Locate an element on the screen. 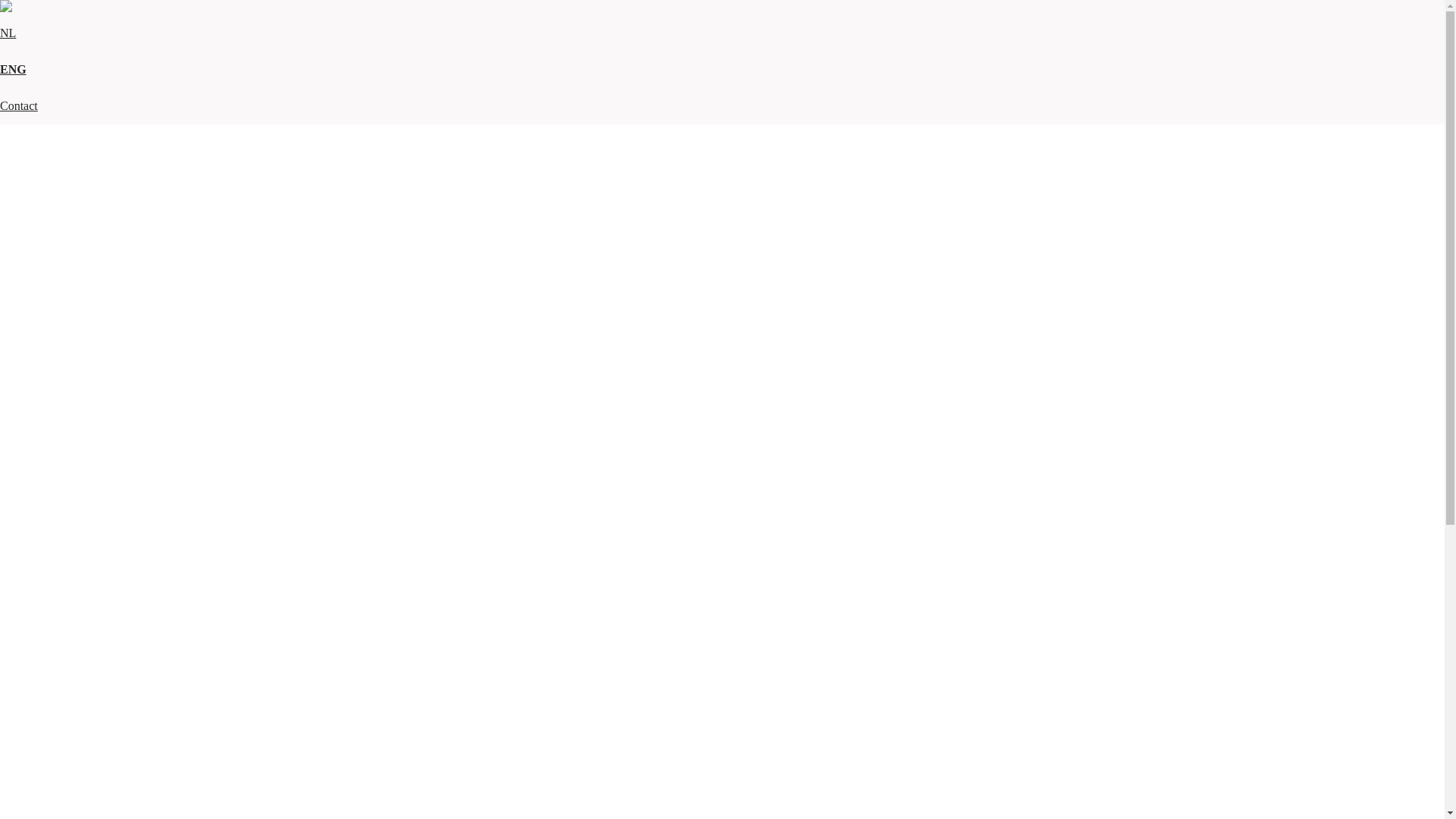 The image size is (1456, 819). 'NL' is located at coordinates (0, 33).